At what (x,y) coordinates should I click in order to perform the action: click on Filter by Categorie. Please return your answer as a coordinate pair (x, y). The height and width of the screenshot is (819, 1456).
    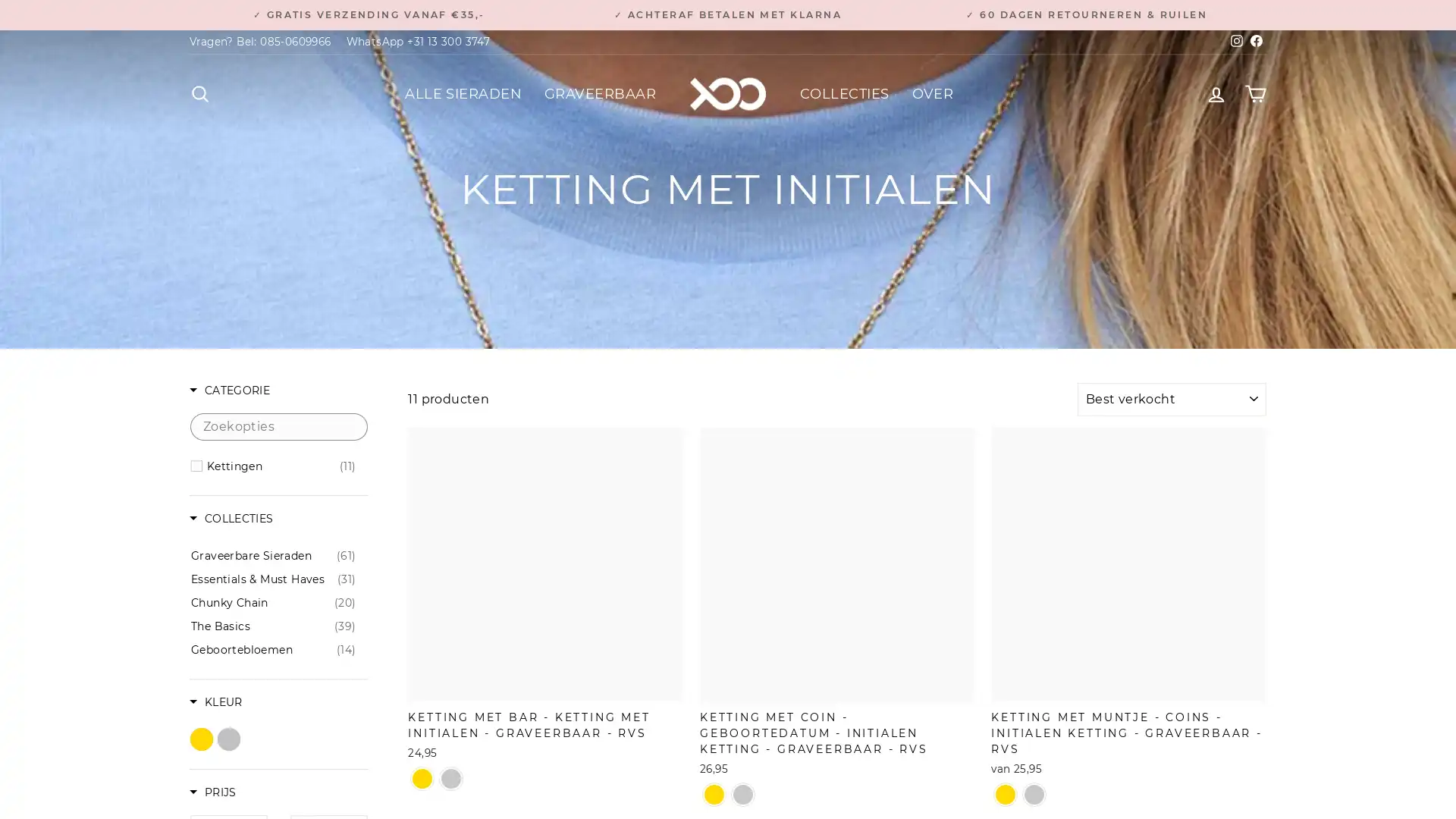
    Looking at the image, I should click on (228, 391).